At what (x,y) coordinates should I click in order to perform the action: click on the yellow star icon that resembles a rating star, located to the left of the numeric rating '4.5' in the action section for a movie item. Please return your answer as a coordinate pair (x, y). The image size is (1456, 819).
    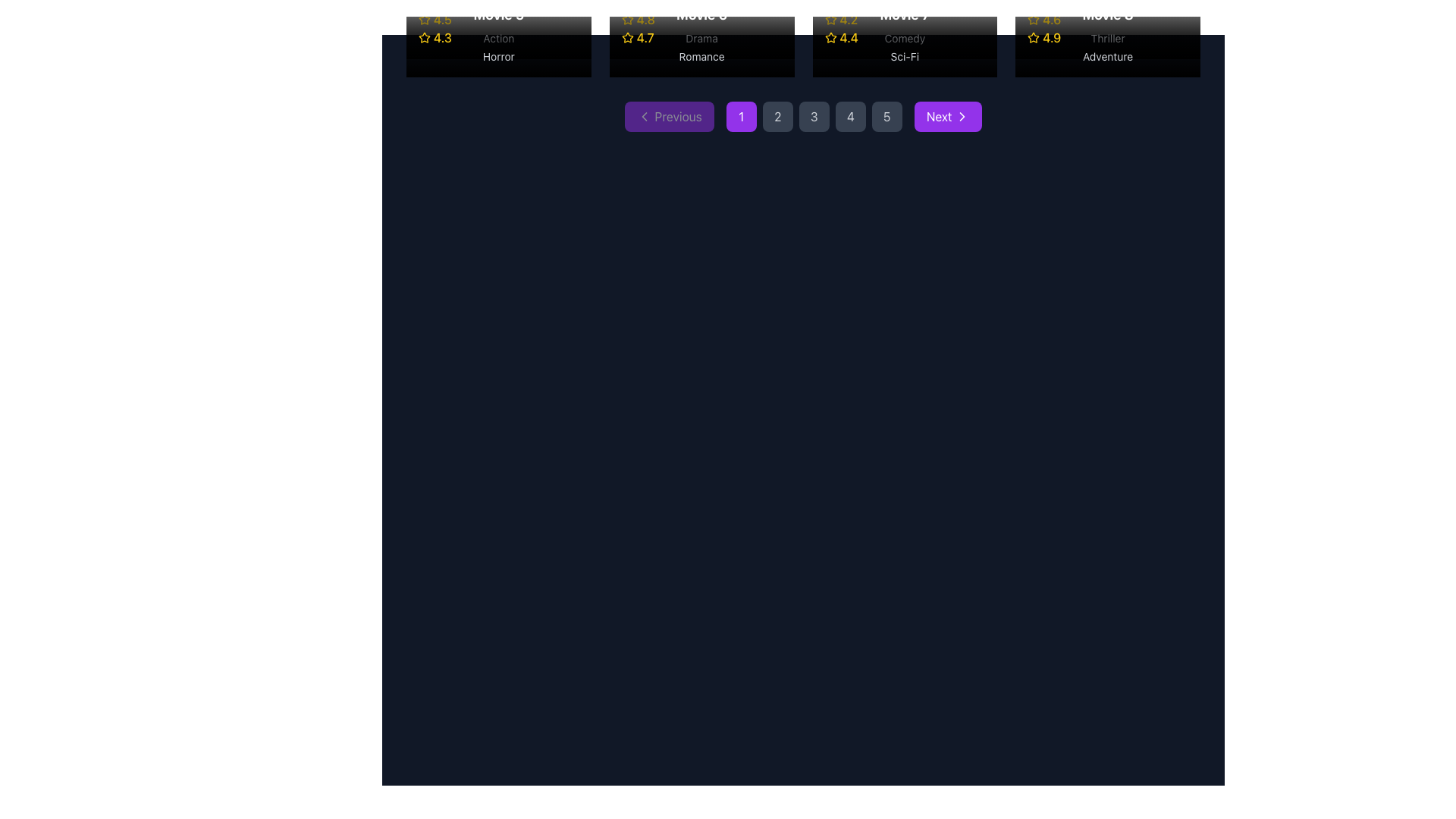
    Looking at the image, I should click on (425, 20).